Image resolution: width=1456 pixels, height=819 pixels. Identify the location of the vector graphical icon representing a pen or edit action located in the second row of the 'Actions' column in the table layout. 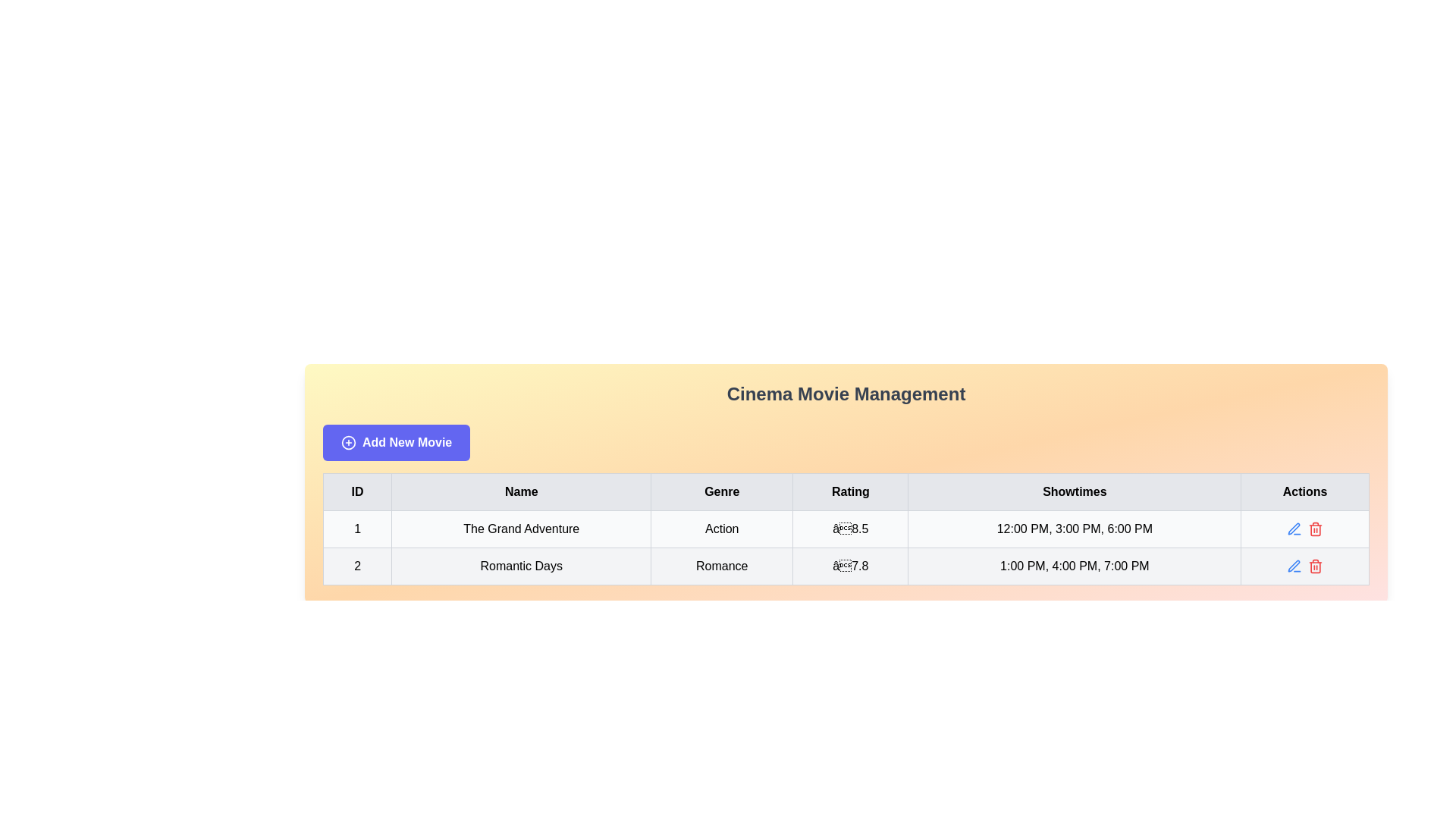
(1293, 566).